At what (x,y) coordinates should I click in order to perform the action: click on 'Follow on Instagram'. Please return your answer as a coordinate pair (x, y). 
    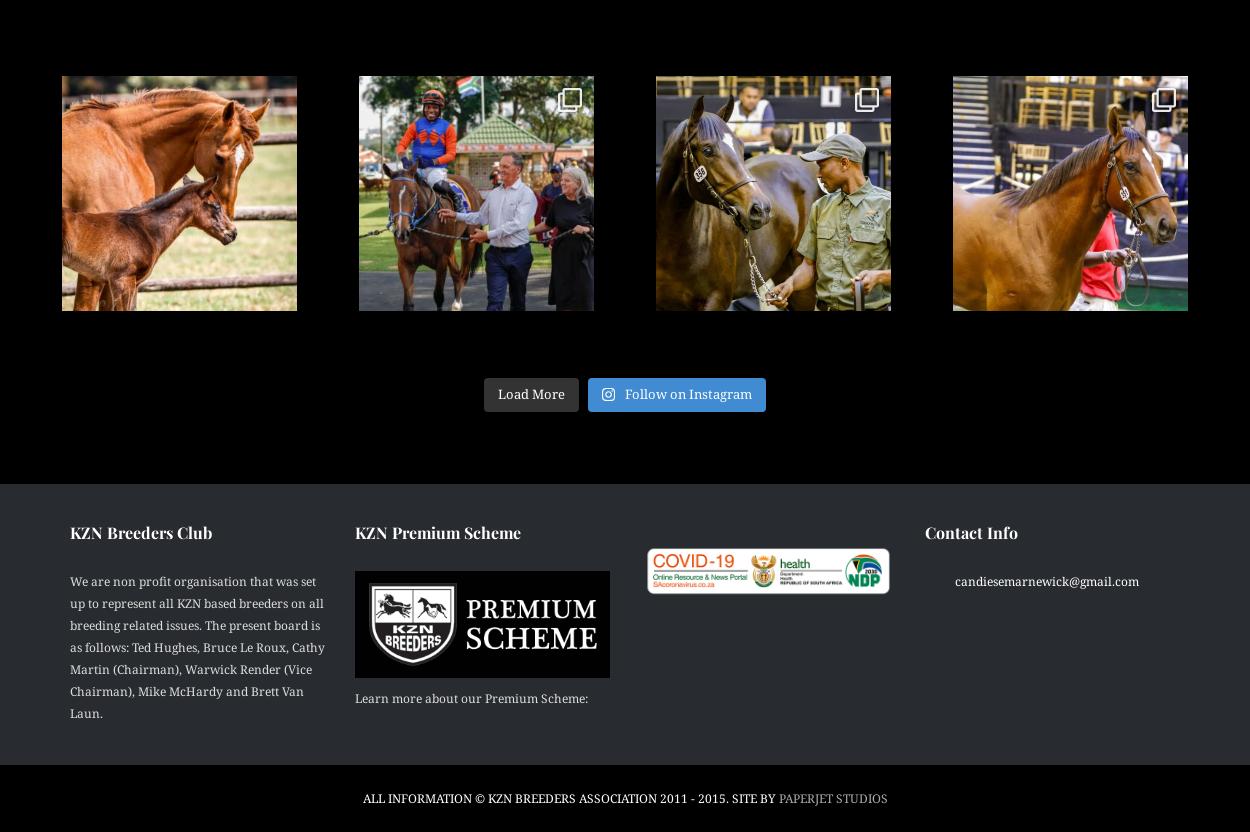
    Looking at the image, I should click on (688, 393).